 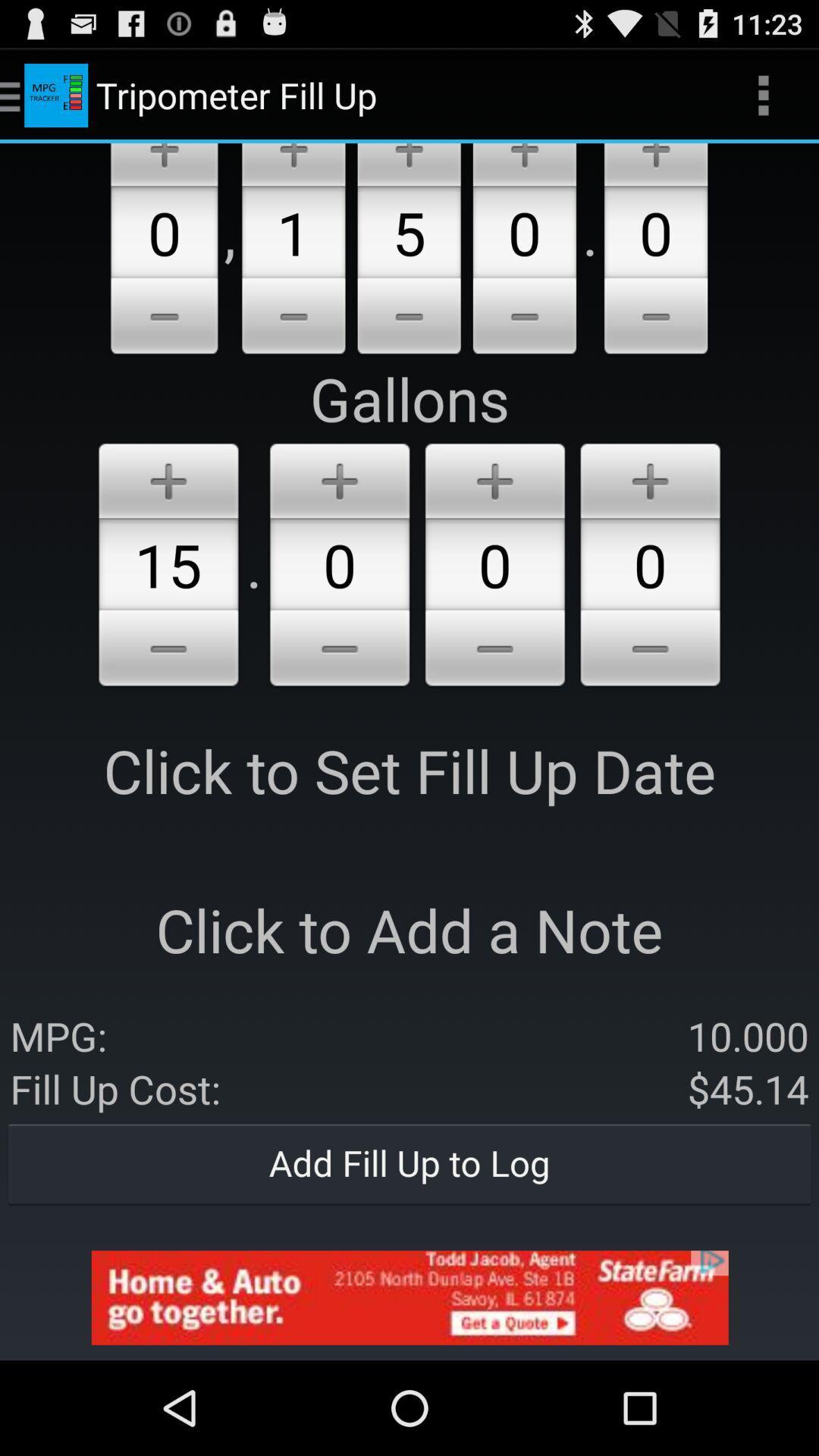 What do you see at coordinates (168, 477) in the screenshot?
I see `the fill up date gallon plus` at bounding box center [168, 477].